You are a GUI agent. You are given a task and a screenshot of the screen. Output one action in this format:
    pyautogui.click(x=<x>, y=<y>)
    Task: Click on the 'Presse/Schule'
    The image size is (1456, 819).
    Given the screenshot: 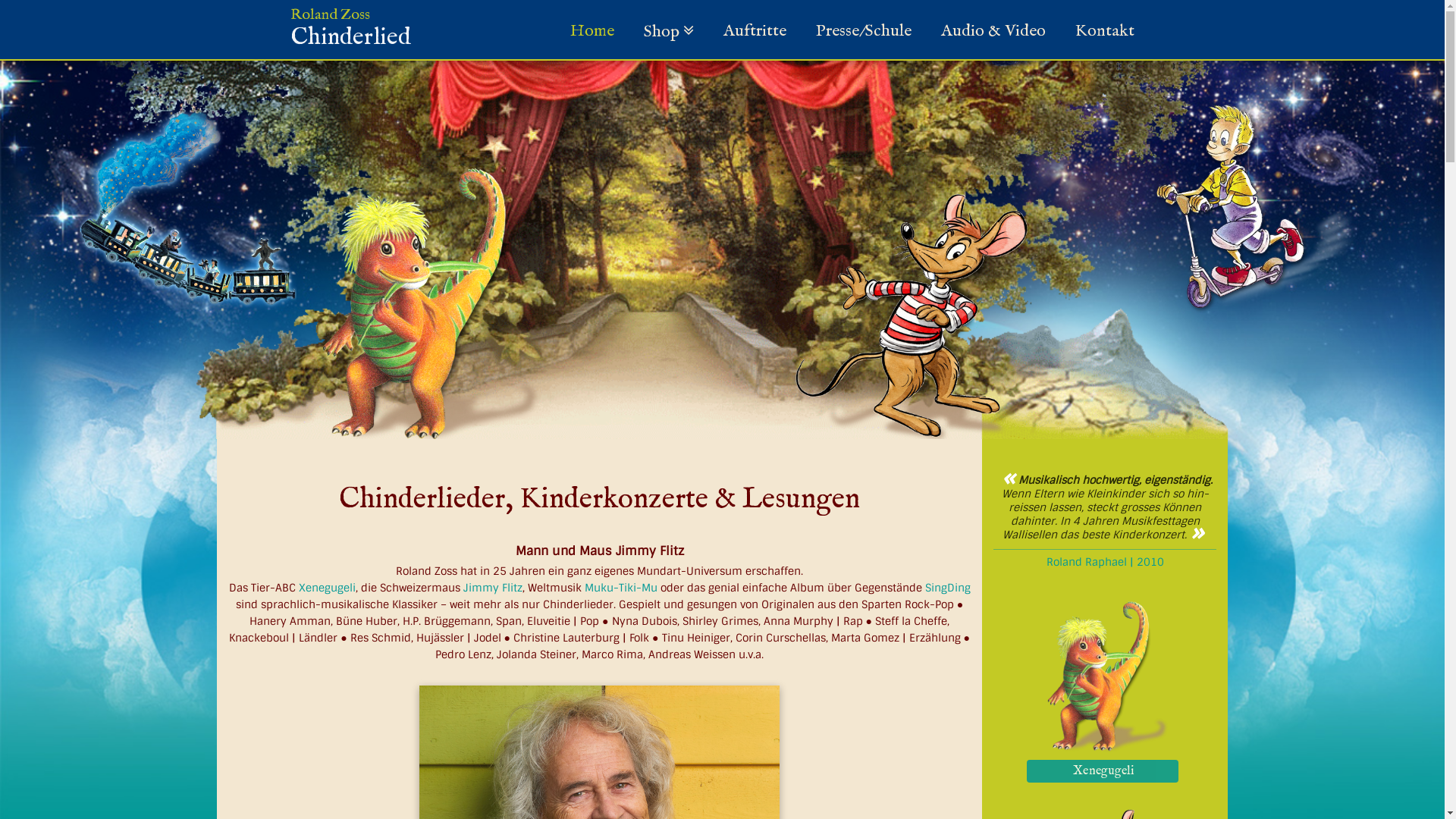 What is the action you would take?
    pyautogui.click(x=863, y=31)
    